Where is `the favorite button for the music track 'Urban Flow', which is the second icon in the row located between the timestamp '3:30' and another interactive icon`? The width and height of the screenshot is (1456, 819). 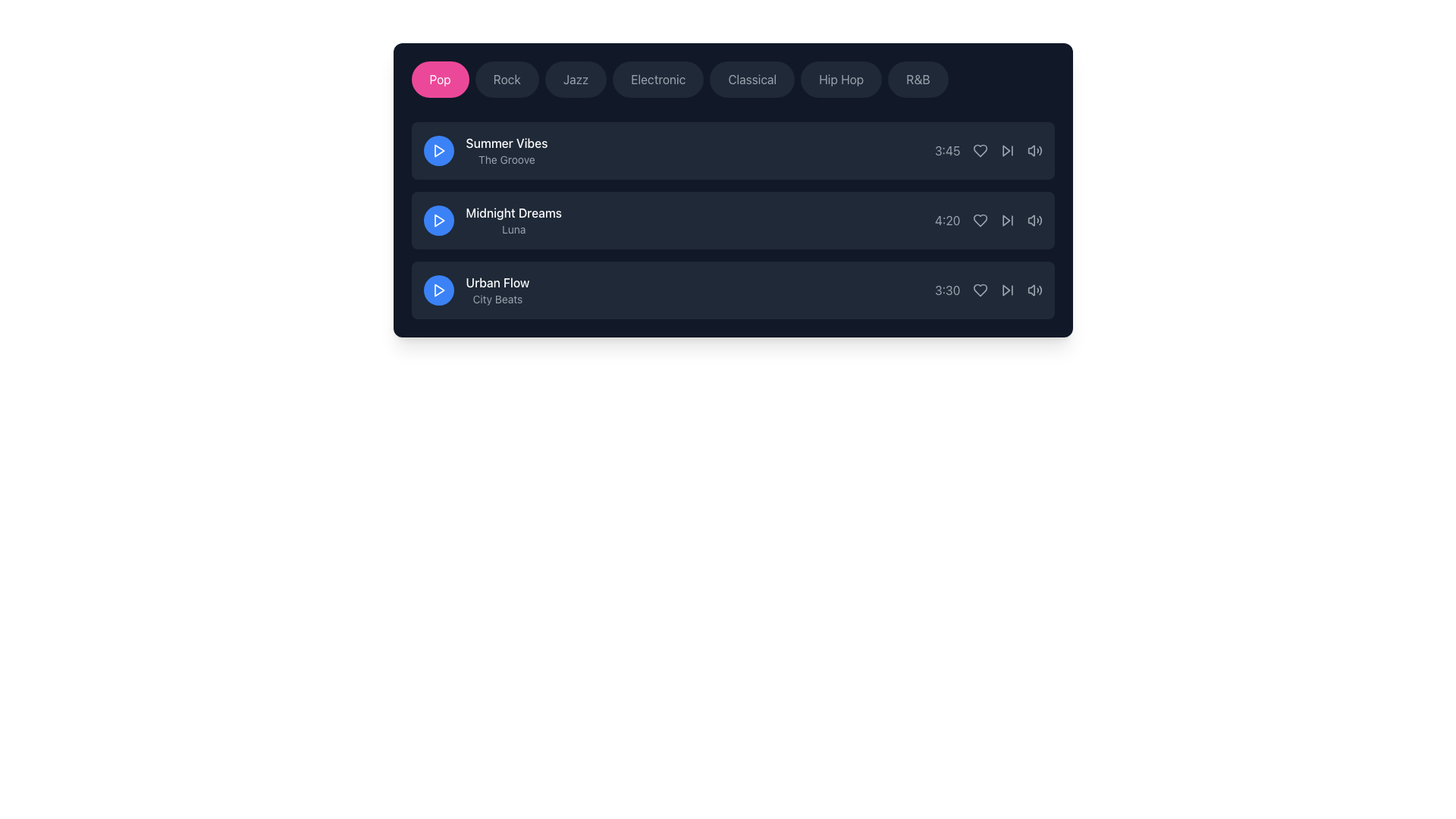 the favorite button for the music track 'Urban Flow', which is the second icon in the row located between the timestamp '3:30' and another interactive icon is located at coordinates (980, 290).